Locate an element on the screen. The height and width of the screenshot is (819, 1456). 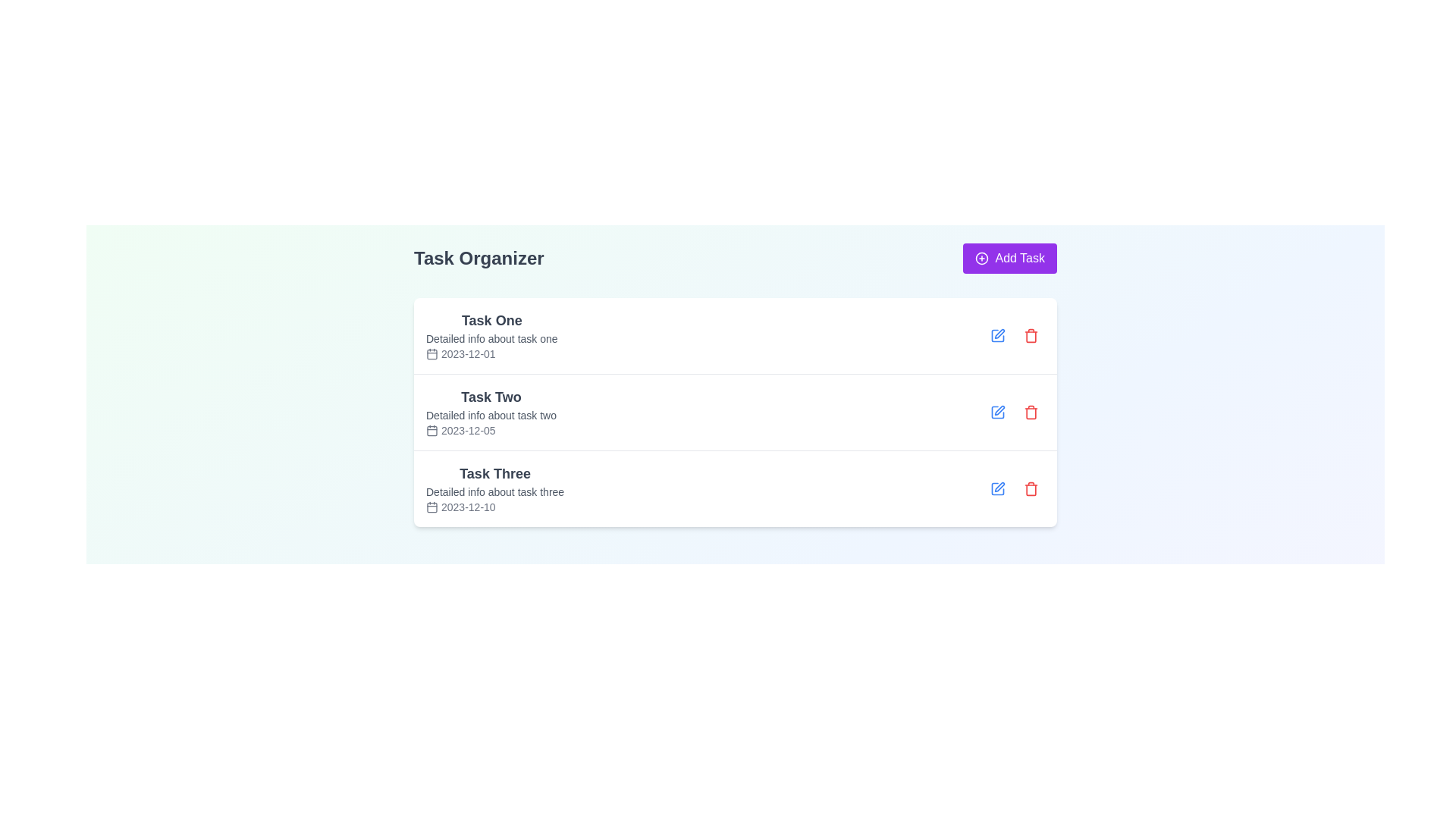
the first task item in the task manager interface is located at coordinates (491, 335).